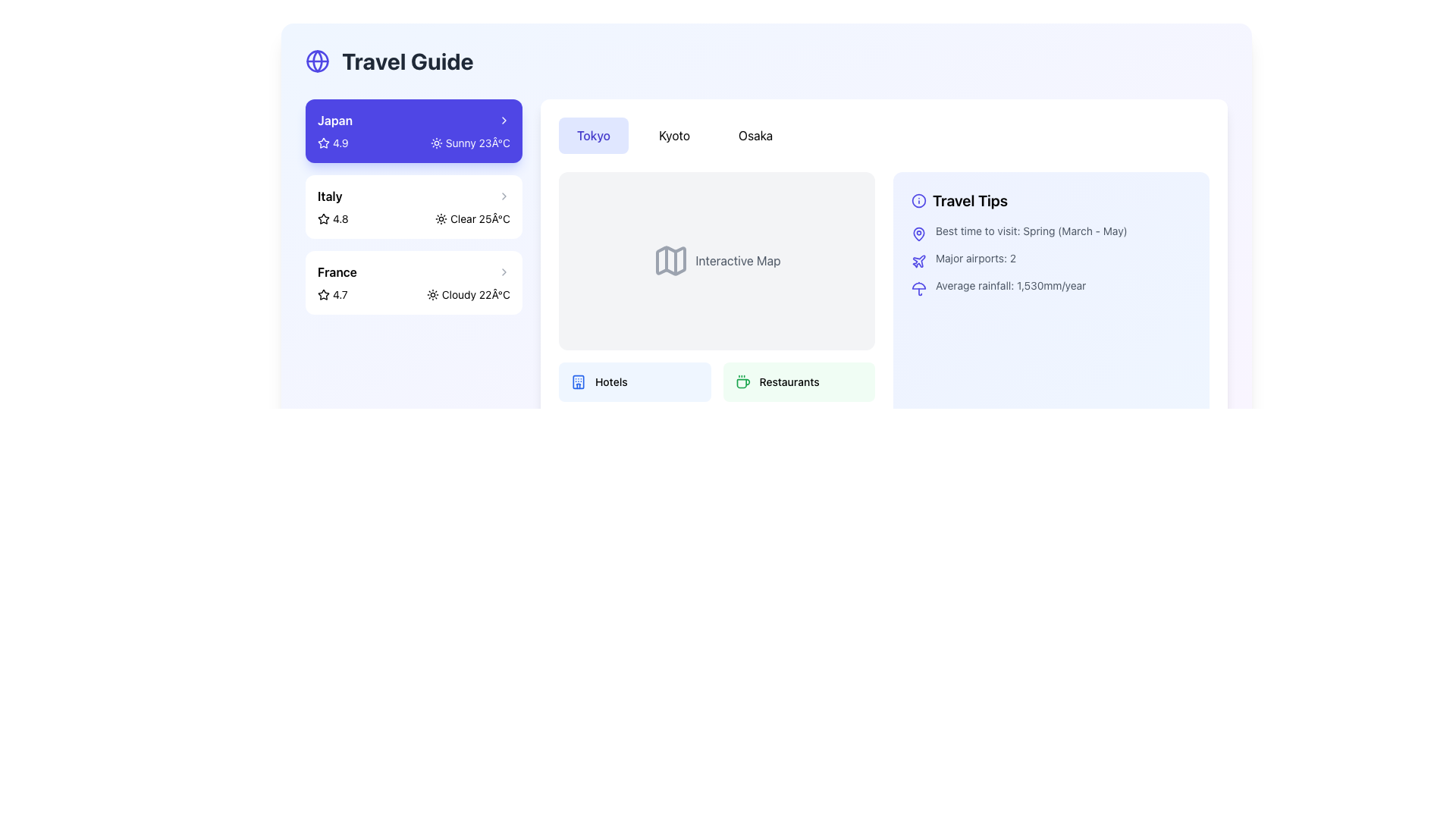  I want to click on the 'Hotels' button in the first column of the grid layout that allows users, so click(635, 381).